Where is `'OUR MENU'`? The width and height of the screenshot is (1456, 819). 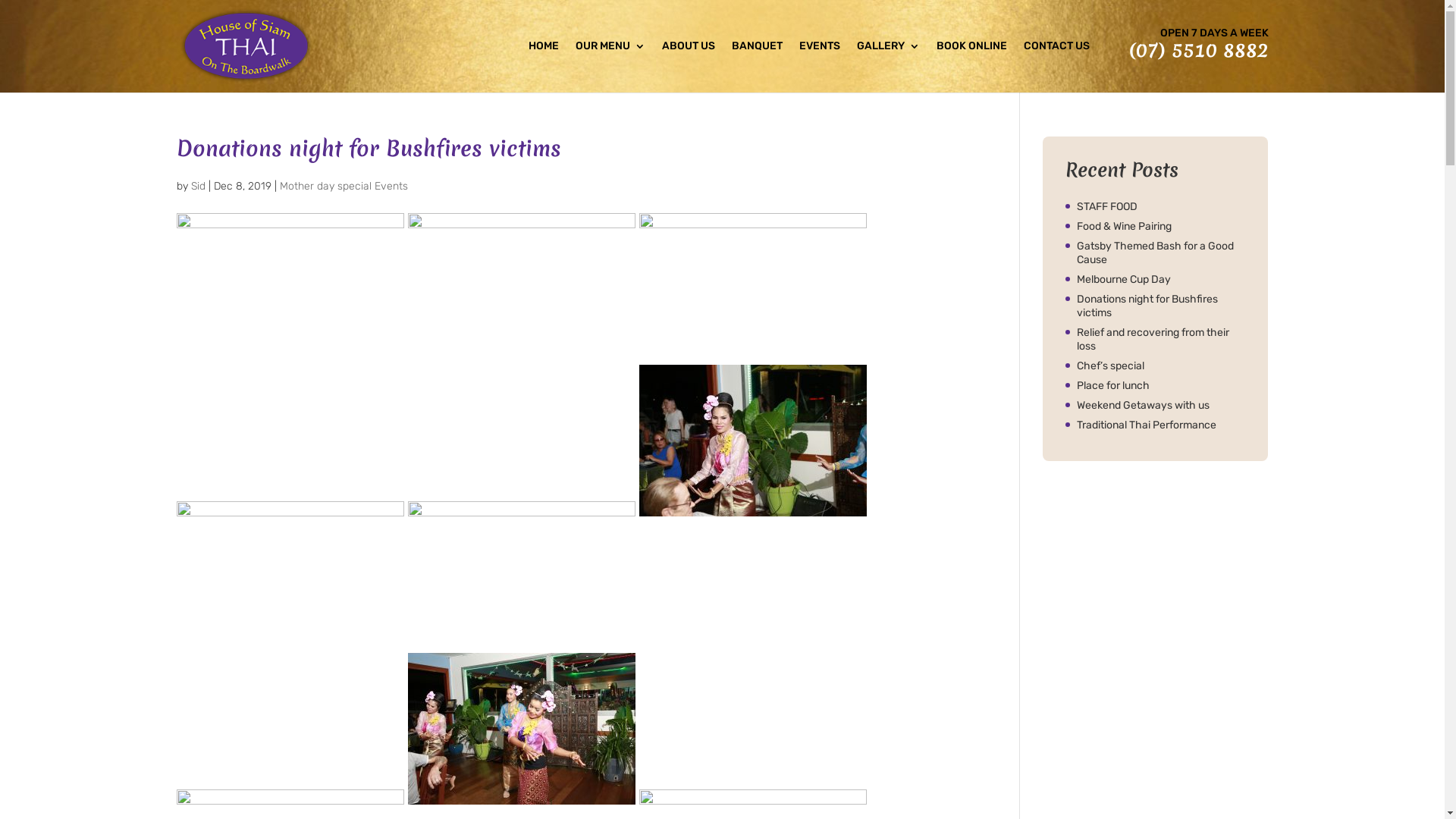
'OUR MENU' is located at coordinates (574, 66).